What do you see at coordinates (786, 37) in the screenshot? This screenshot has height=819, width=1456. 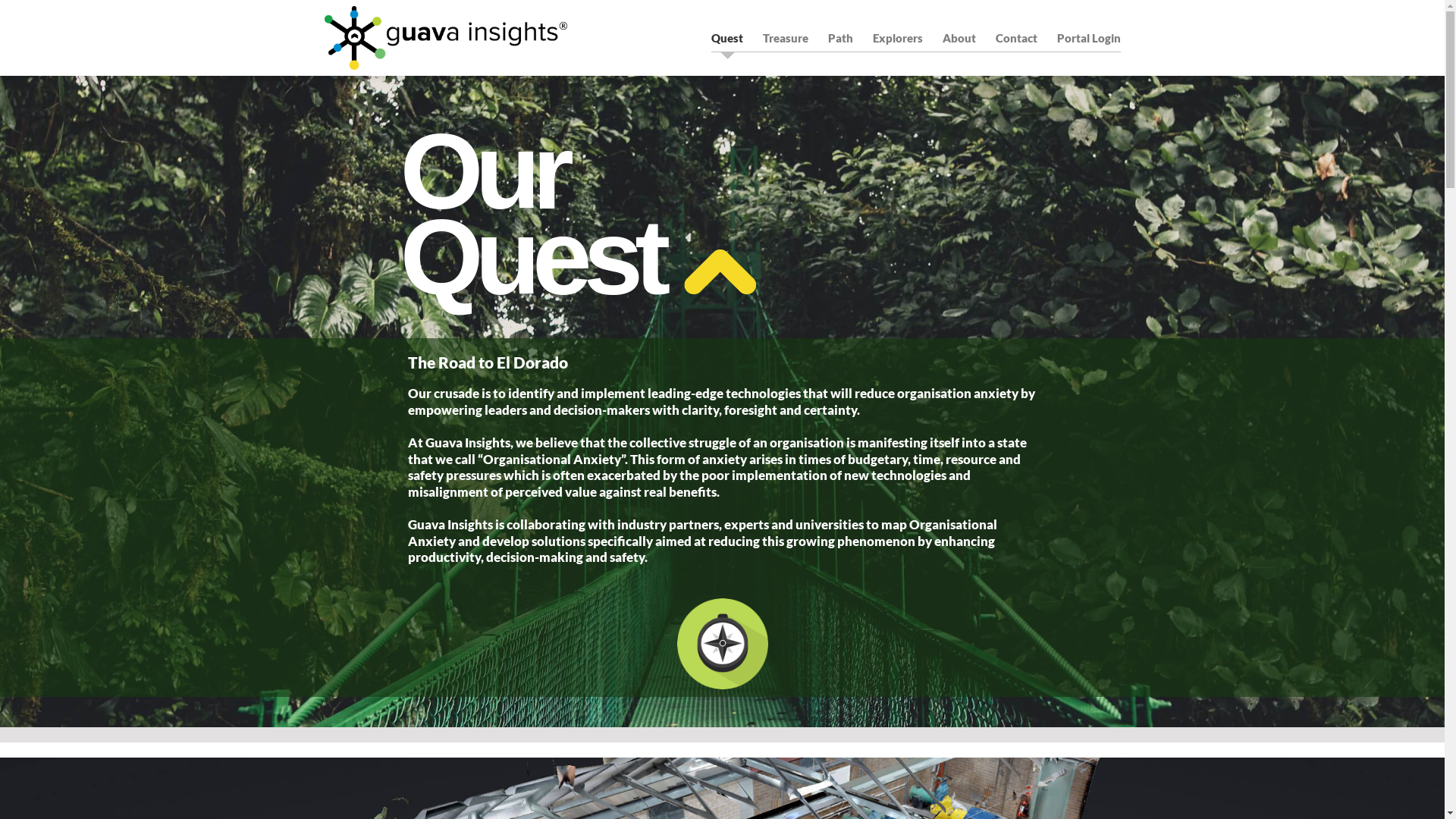 I see `'Treasure'` at bounding box center [786, 37].